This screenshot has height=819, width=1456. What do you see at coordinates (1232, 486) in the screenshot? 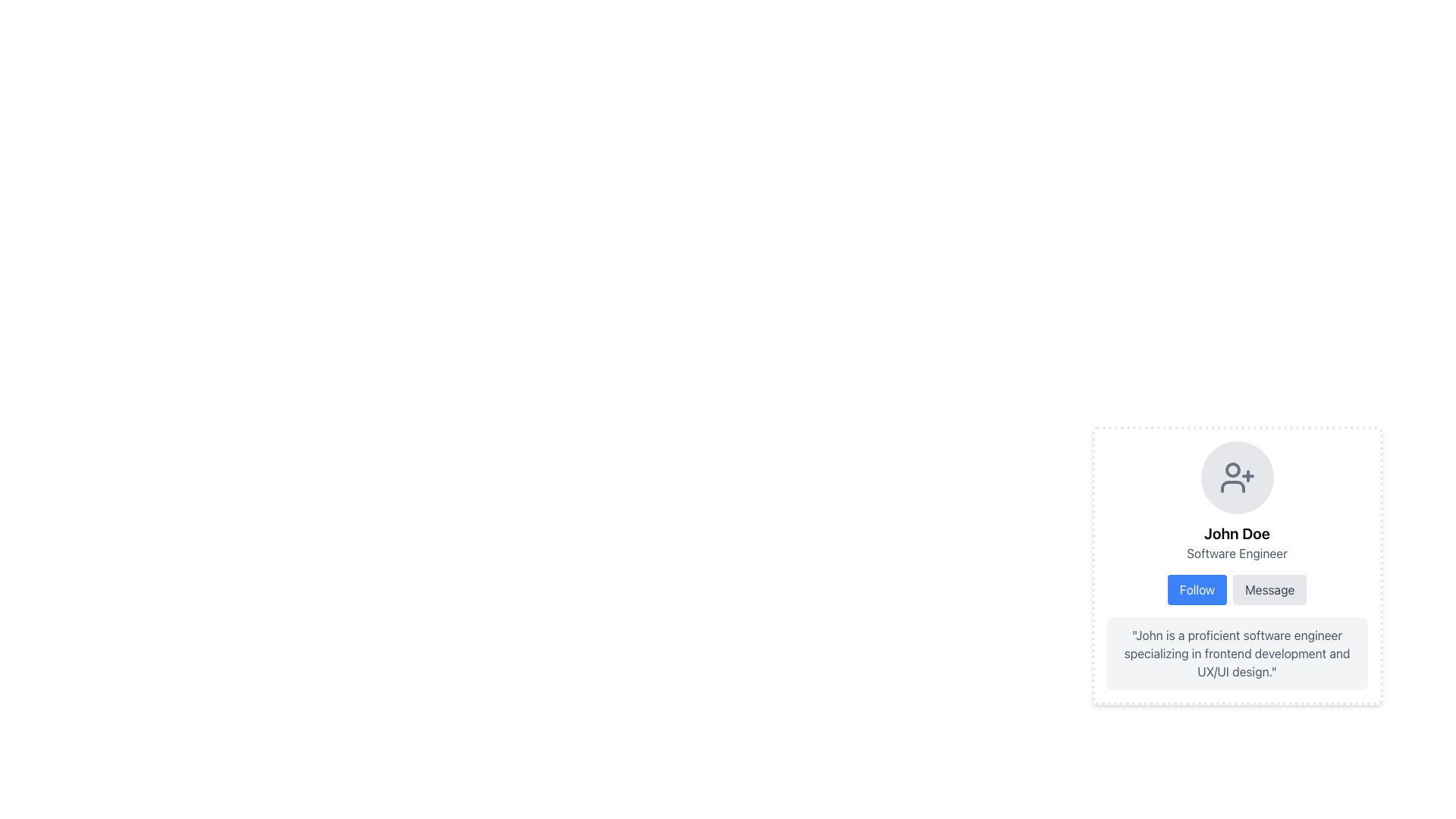
I see `the SVG icon representing a user with a plus sign, which is located above the text 'John Doe' and the role 'Software Engineer'` at bounding box center [1232, 486].